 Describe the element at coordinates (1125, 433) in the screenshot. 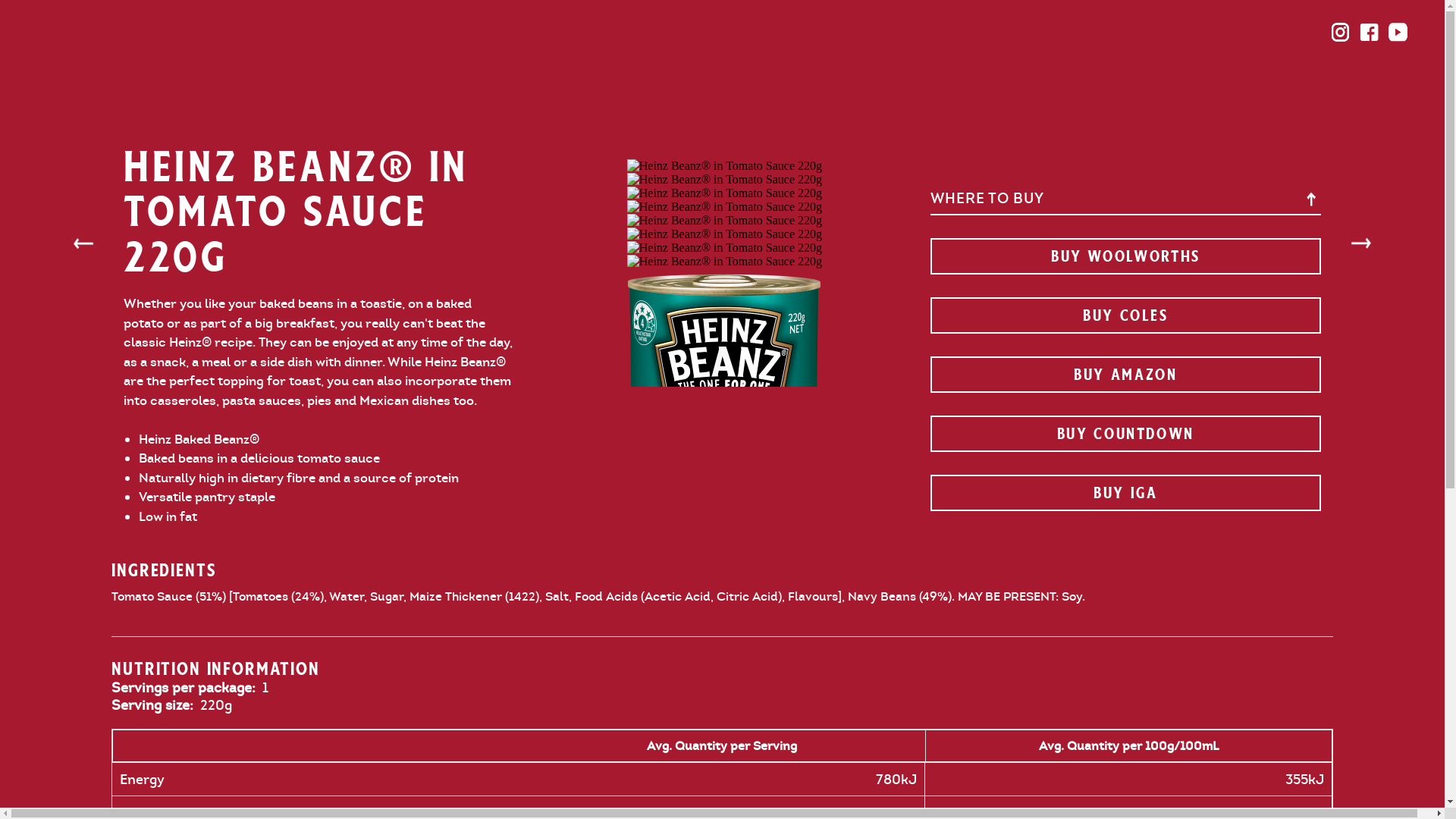

I see `'Buy countdown'` at that location.